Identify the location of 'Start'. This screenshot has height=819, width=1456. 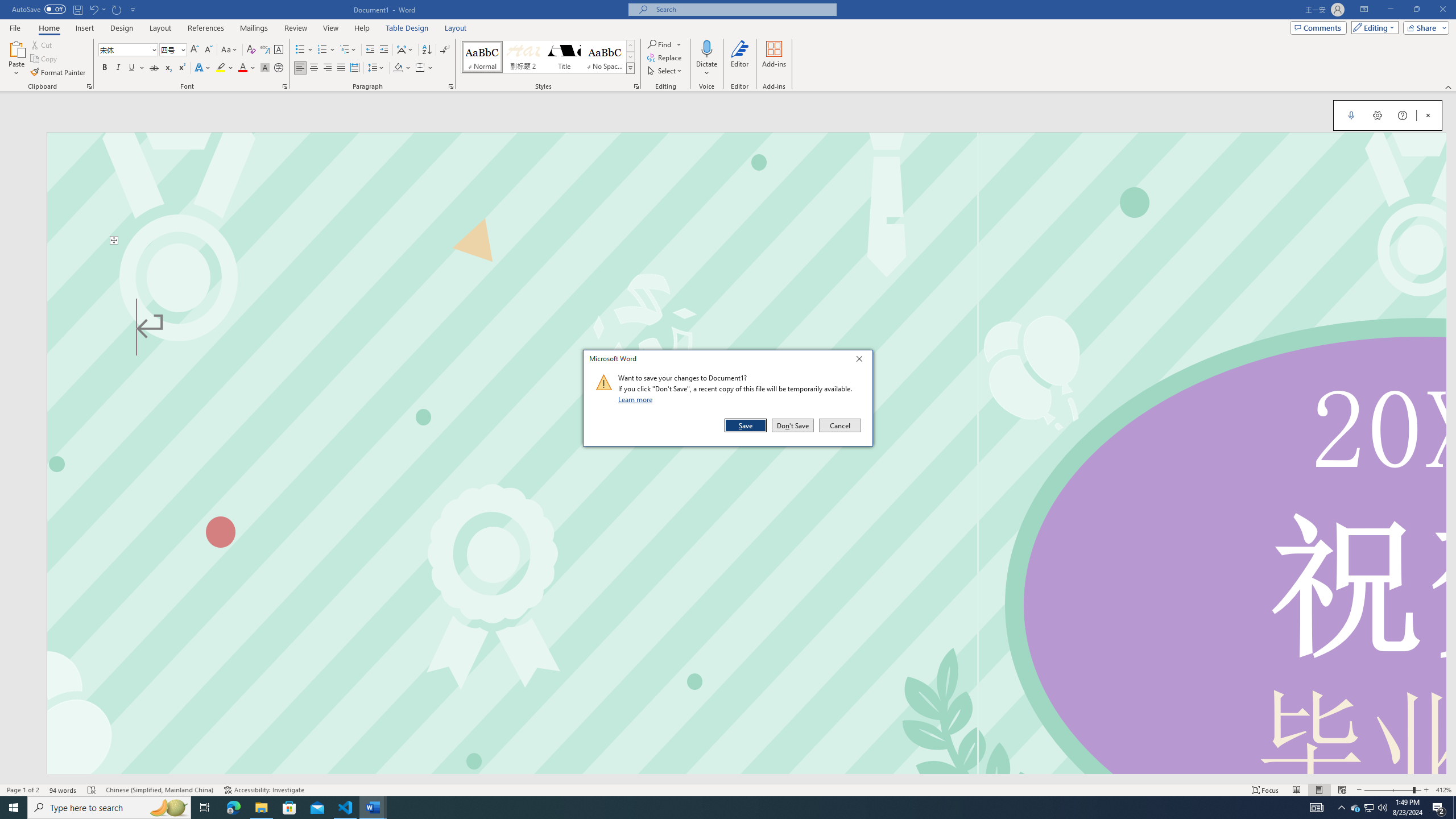
(14, 806).